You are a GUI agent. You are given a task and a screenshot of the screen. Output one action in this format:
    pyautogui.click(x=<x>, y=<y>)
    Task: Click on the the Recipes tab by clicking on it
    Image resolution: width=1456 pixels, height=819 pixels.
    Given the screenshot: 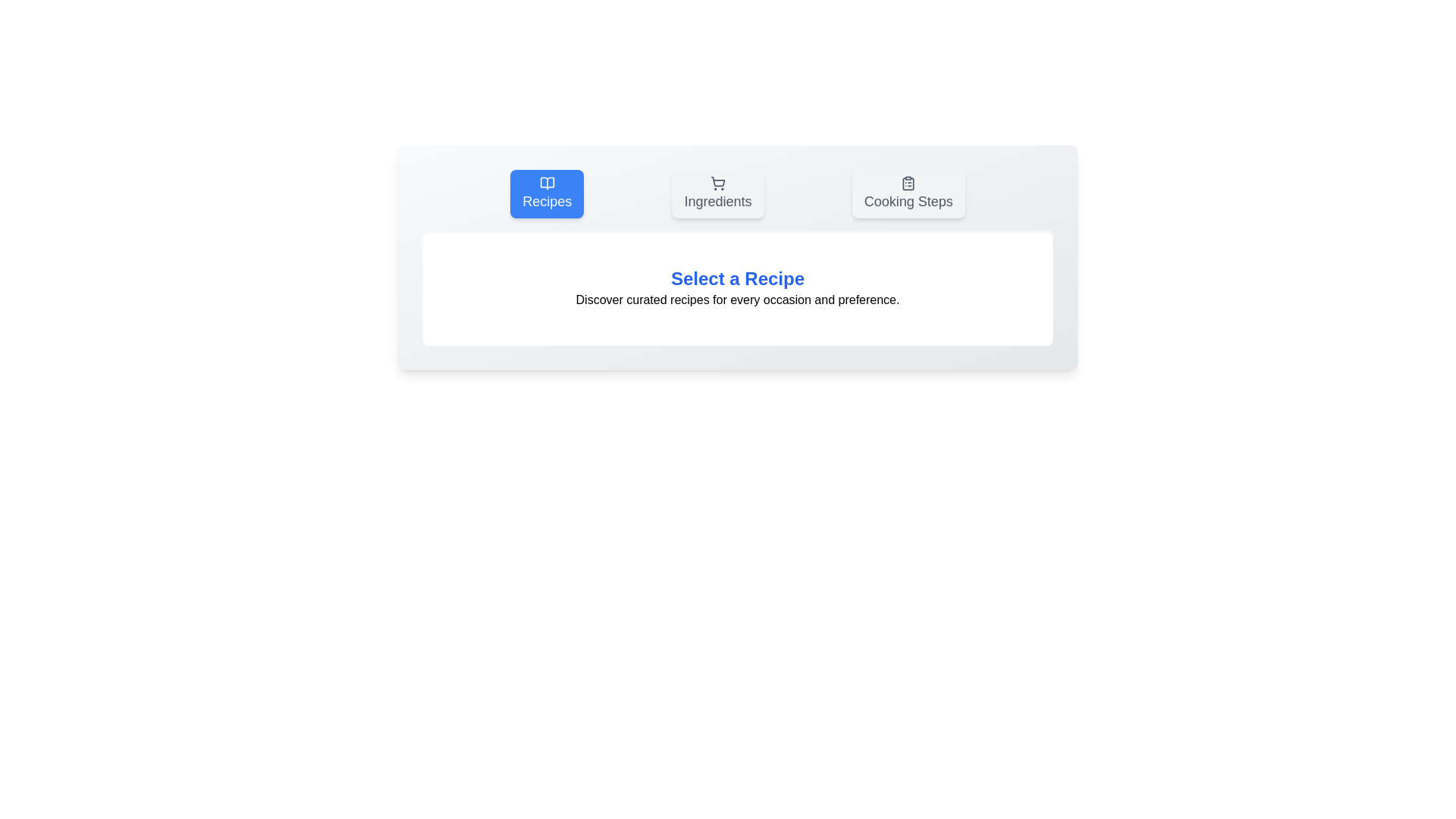 What is the action you would take?
    pyautogui.click(x=546, y=193)
    